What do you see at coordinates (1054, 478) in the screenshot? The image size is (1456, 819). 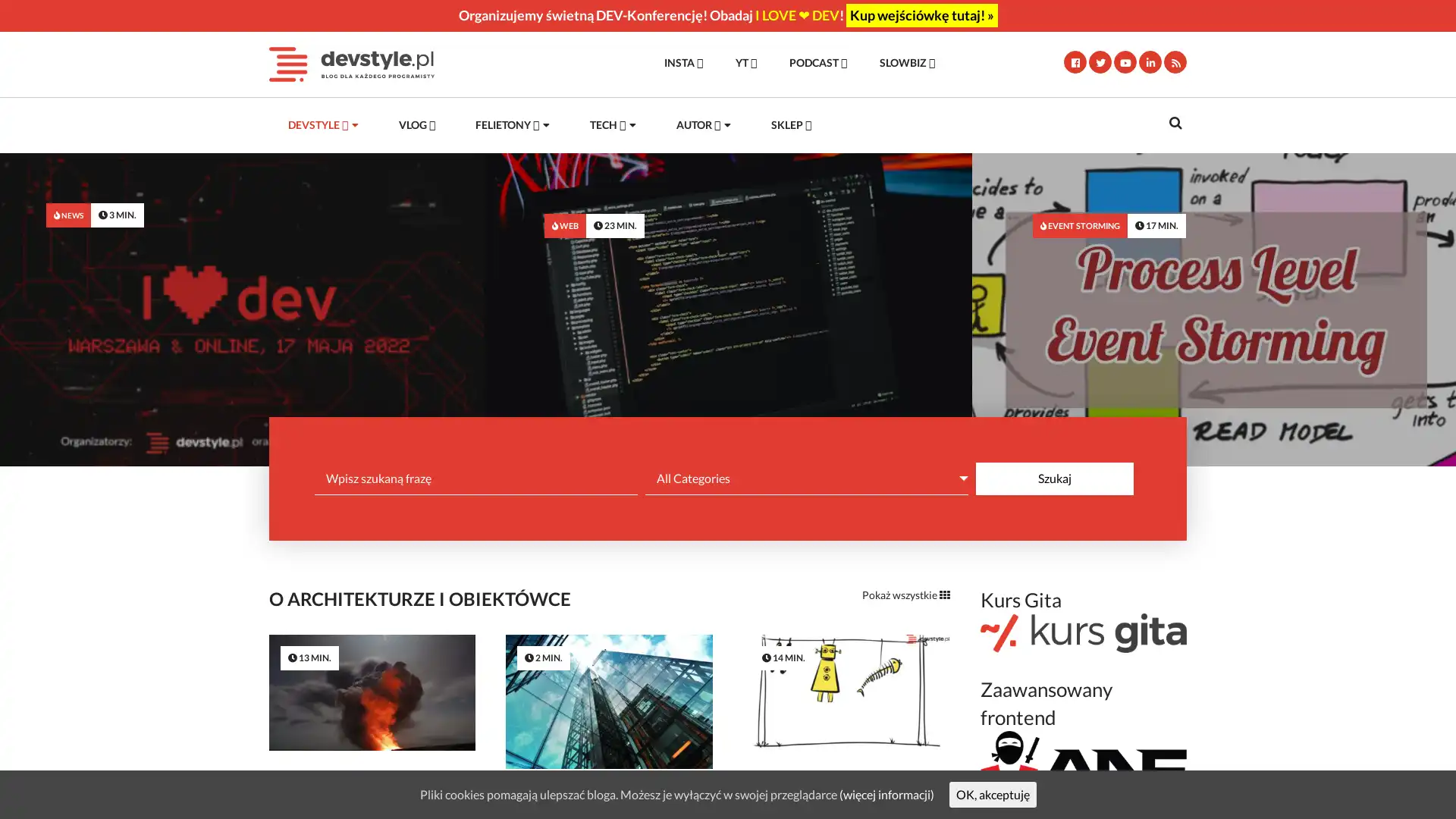 I see `Szukaj` at bounding box center [1054, 478].